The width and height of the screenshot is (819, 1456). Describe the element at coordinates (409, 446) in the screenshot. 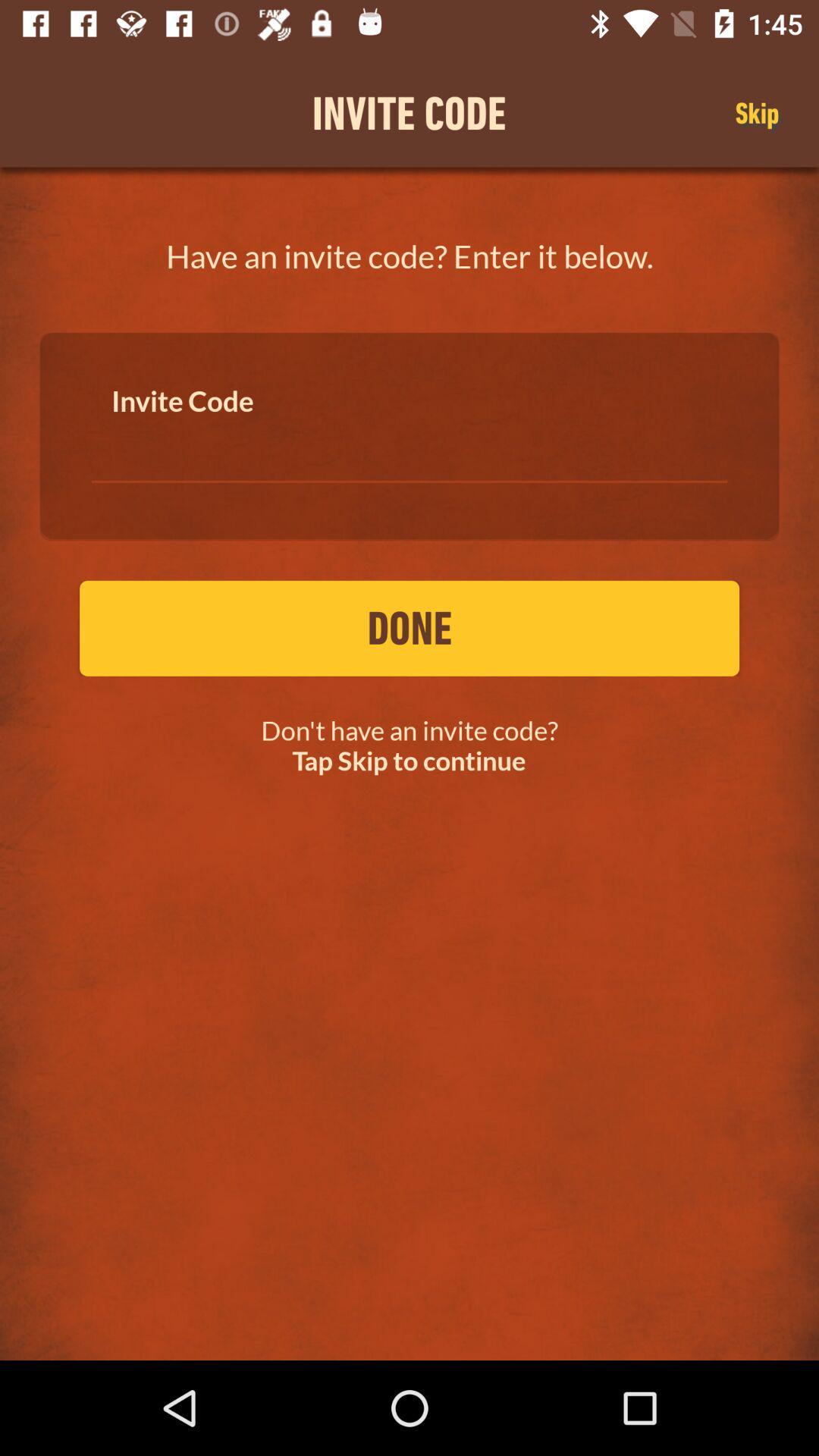

I see `the icon below the have an invite` at that location.